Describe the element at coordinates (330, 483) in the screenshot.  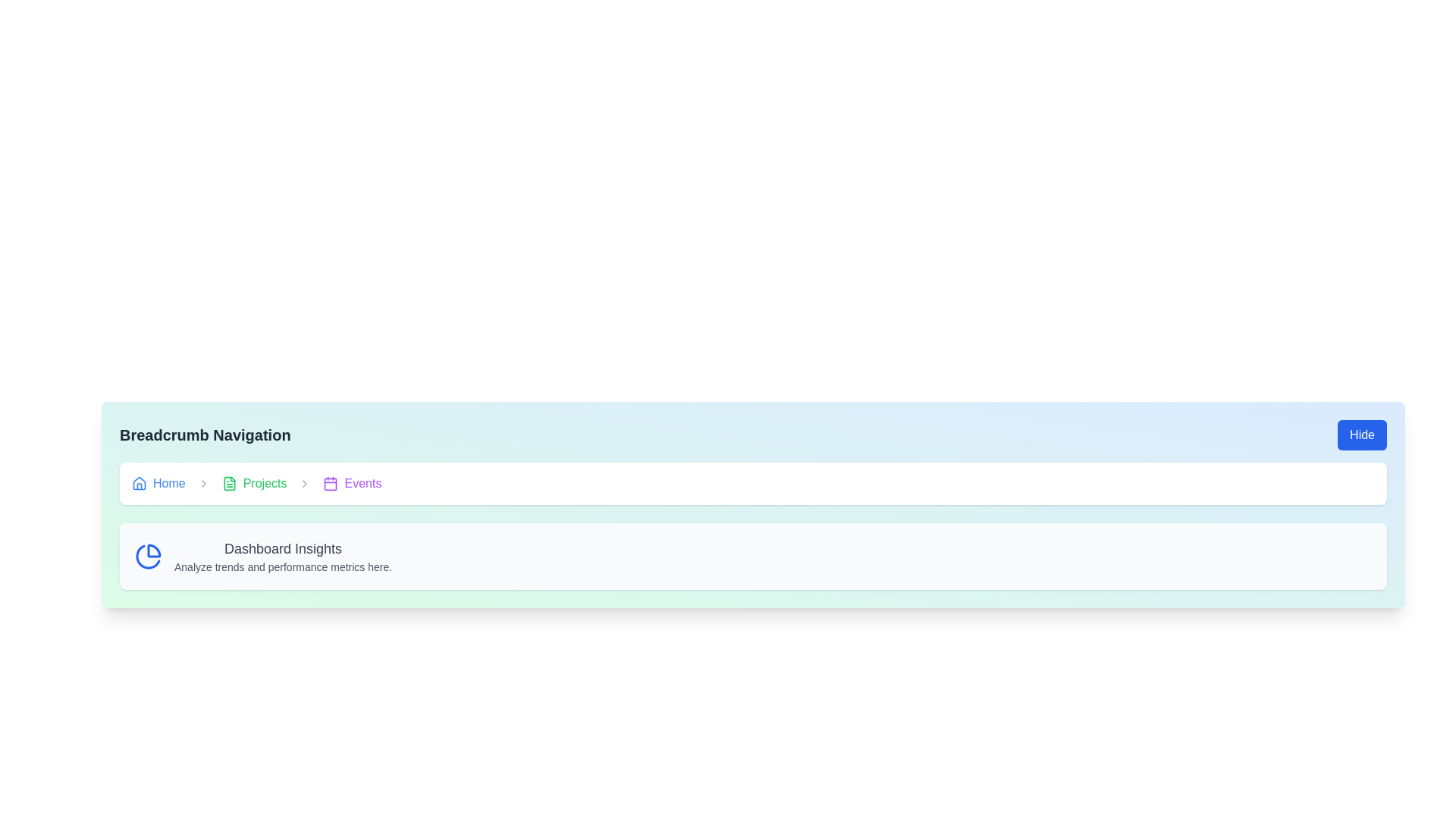
I see `the 'Events' icon in the breadcrumb navigation bar, located before the text 'Events' styled in purple` at that location.